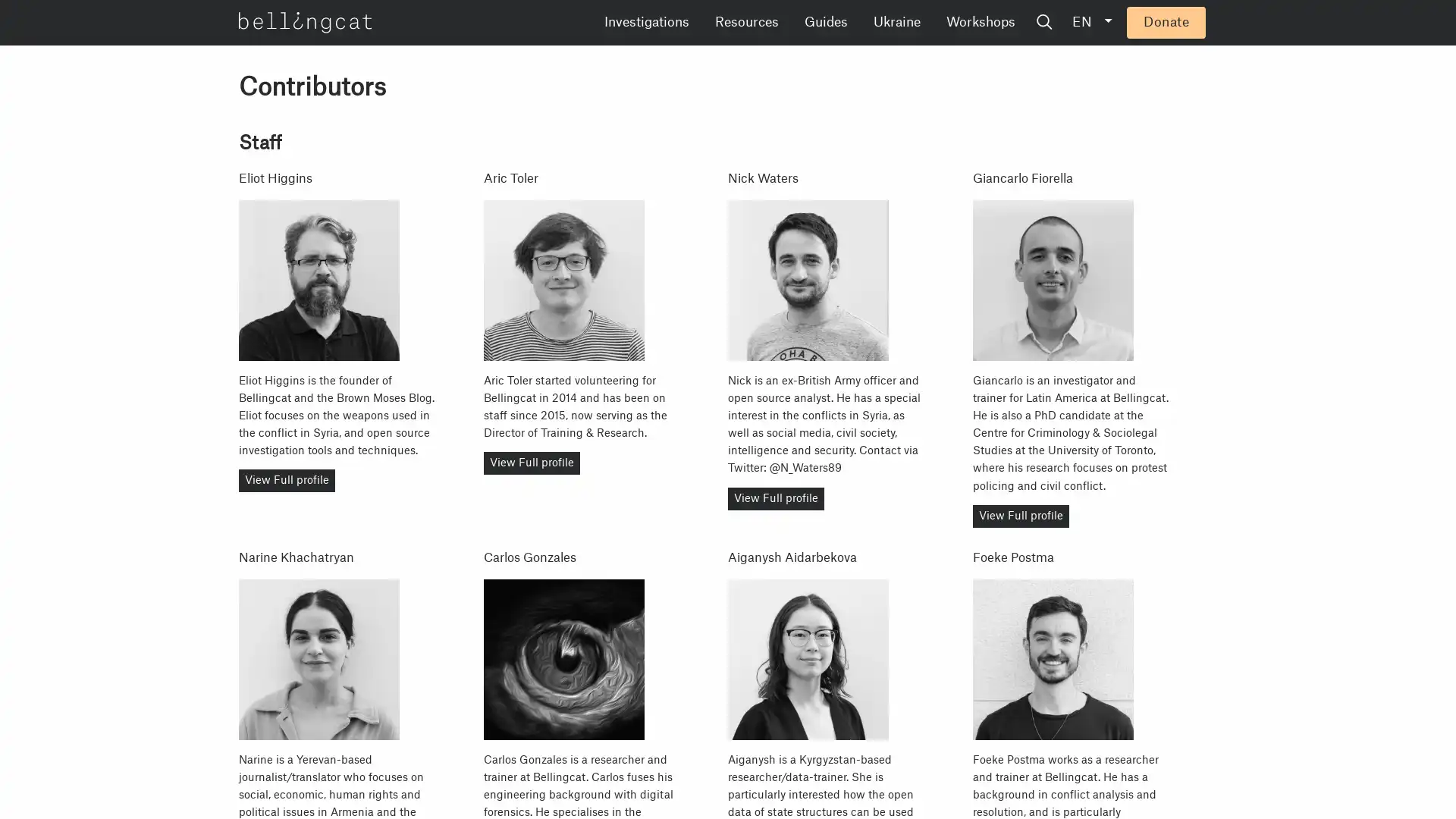 The height and width of the screenshot is (819, 1456). I want to click on Search, so click(1159, 23).